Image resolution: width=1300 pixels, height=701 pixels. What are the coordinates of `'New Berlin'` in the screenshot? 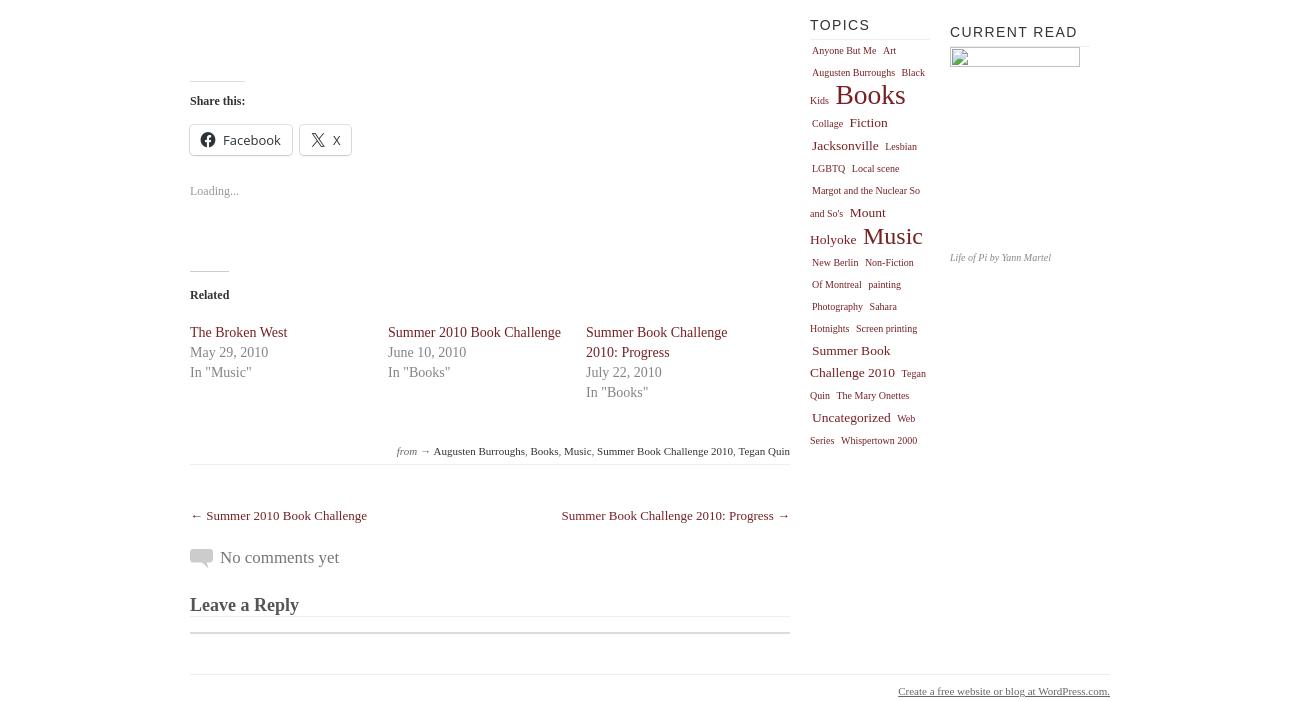 It's located at (834, 261).